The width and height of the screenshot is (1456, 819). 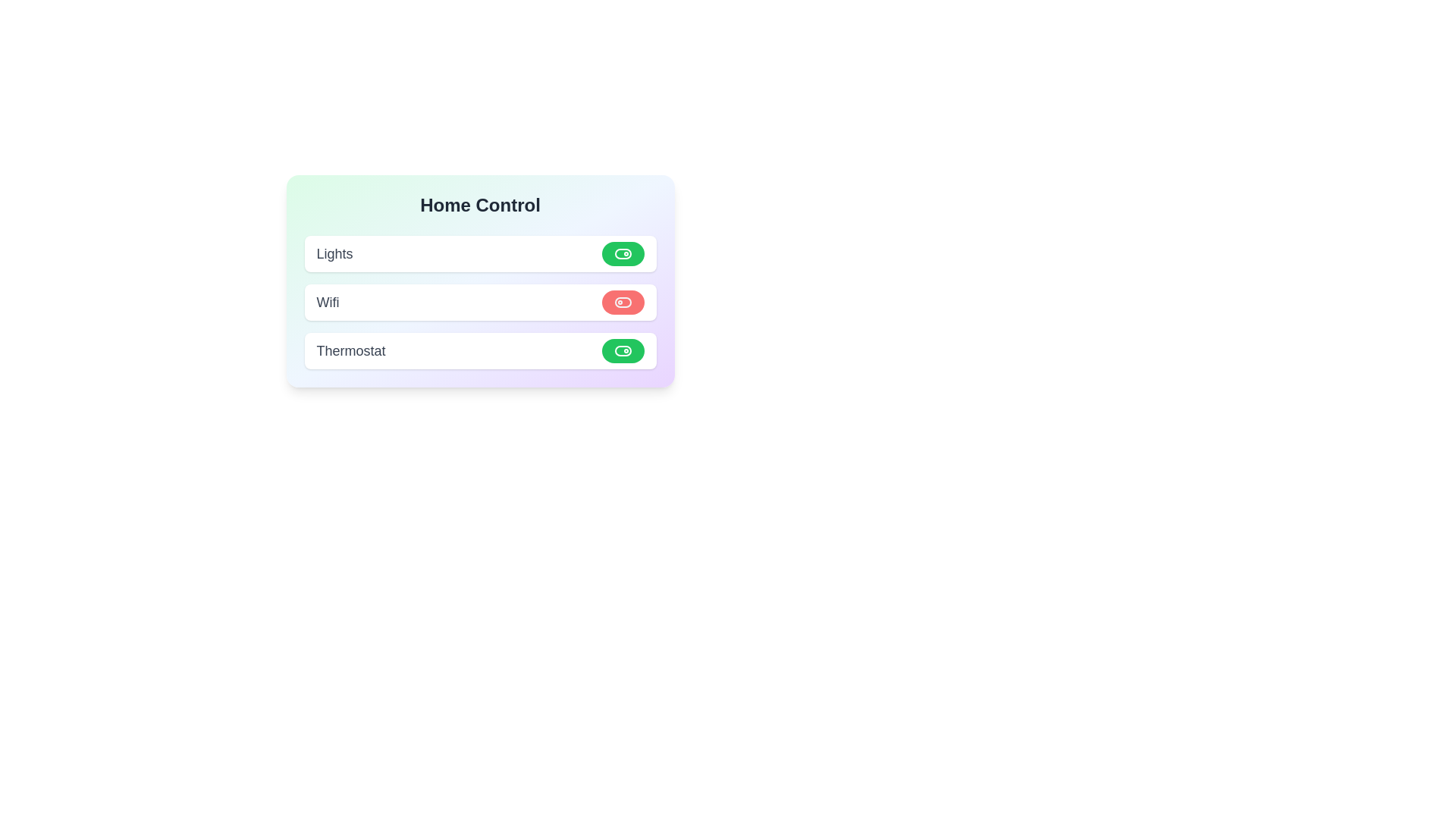 I want to click on the rounded rectangle toggle switch with a green background for the 'Thermostat' option, so click(x=623, y=350).